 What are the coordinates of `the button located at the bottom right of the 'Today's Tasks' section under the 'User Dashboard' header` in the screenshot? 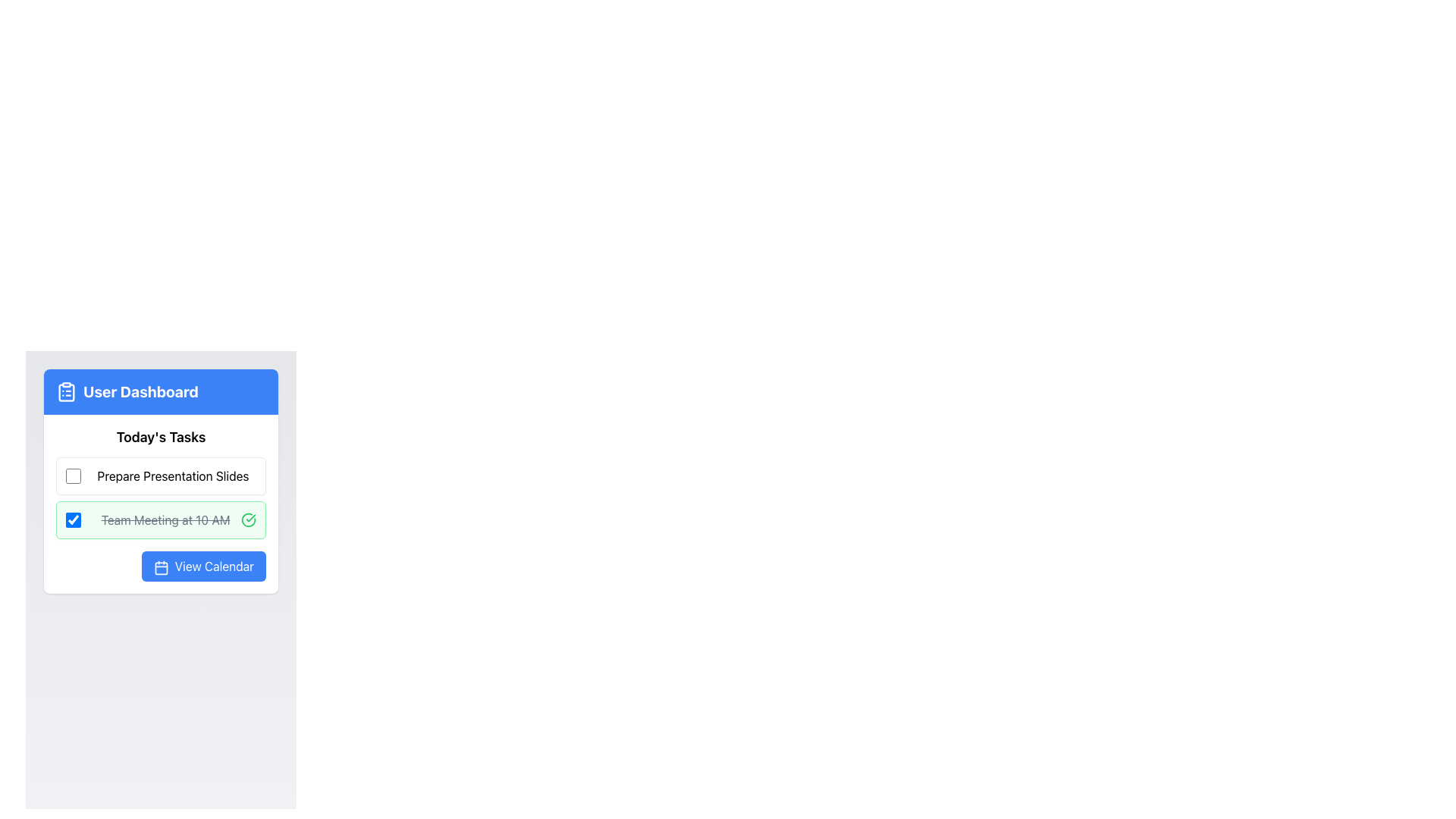 It's located at (202, 566).